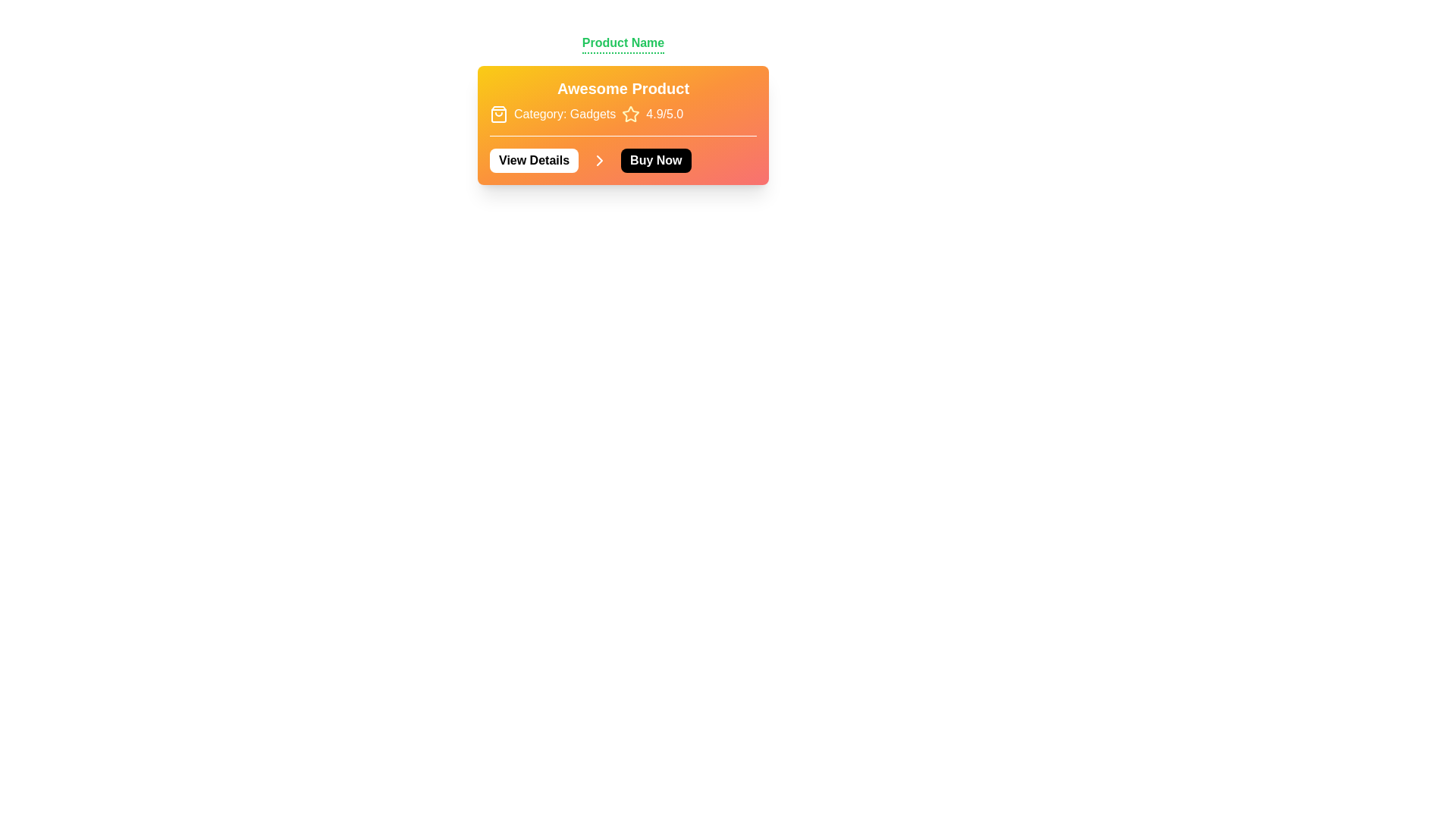 This screenshot has width=1456, height=819. I want to click on the shopping bag icon located to the left of the text 'Category: Gadgets' at the top-left of the product card component, so click(498, 113).